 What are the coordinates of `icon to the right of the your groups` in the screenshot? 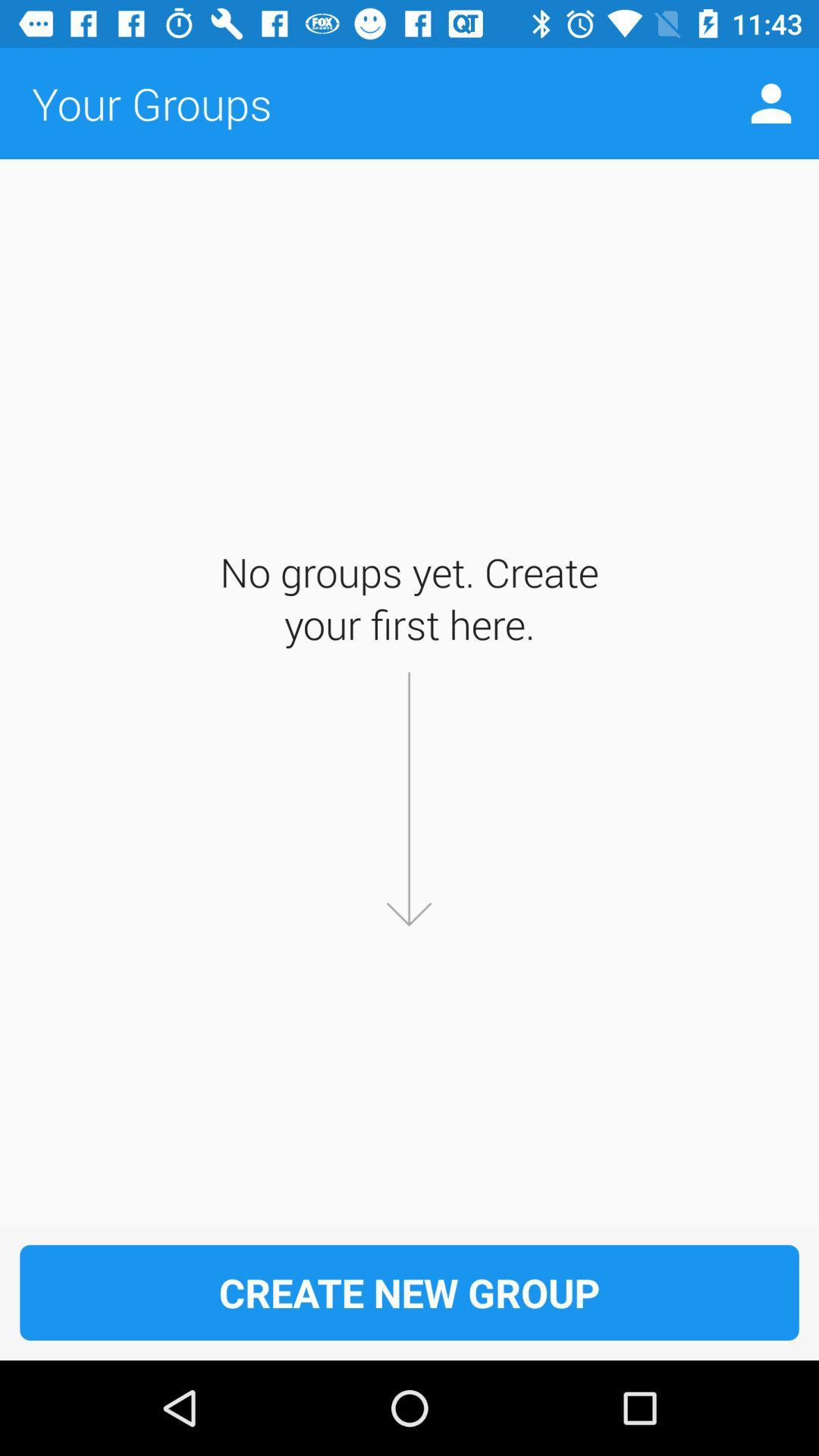 It's located at (771, 102).